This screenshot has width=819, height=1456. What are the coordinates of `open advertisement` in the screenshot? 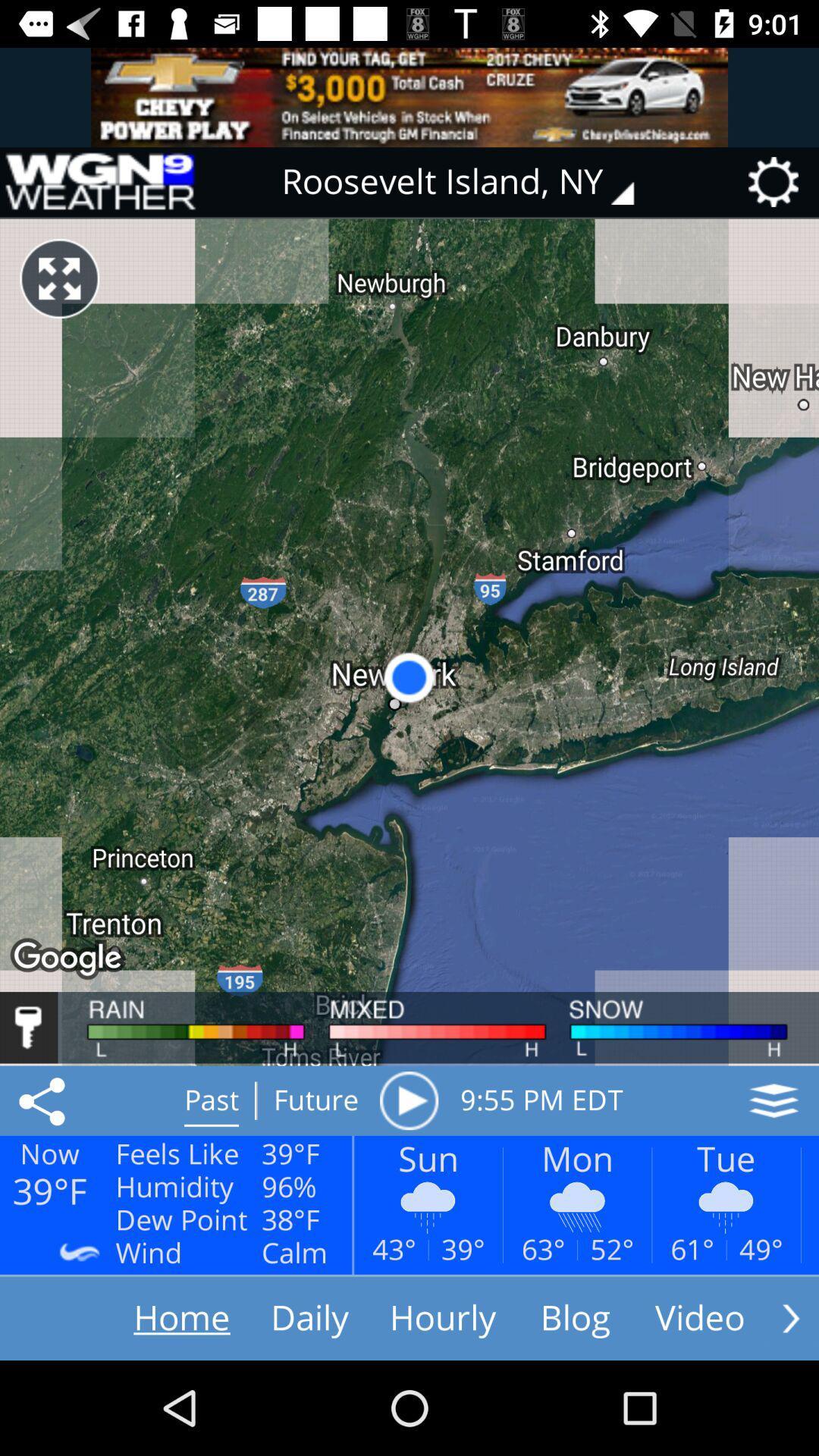 It's located at (409, 96).